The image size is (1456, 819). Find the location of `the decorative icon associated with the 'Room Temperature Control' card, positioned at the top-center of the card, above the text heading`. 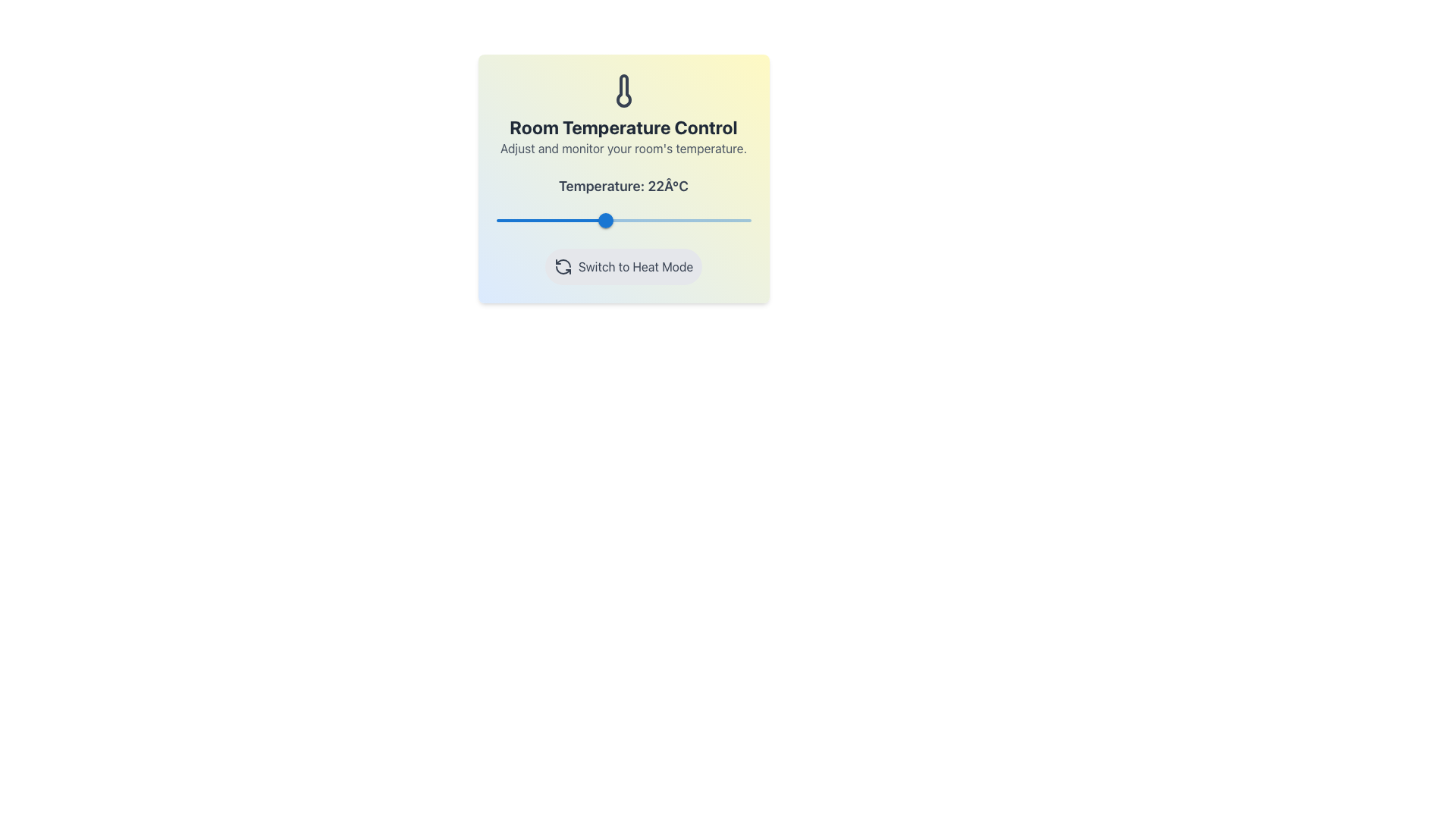

the decorative icon associated with the 'Room Temperature Control' card, positioned at the top-center of the card, above the text heading is located at coordinates (623, 90).